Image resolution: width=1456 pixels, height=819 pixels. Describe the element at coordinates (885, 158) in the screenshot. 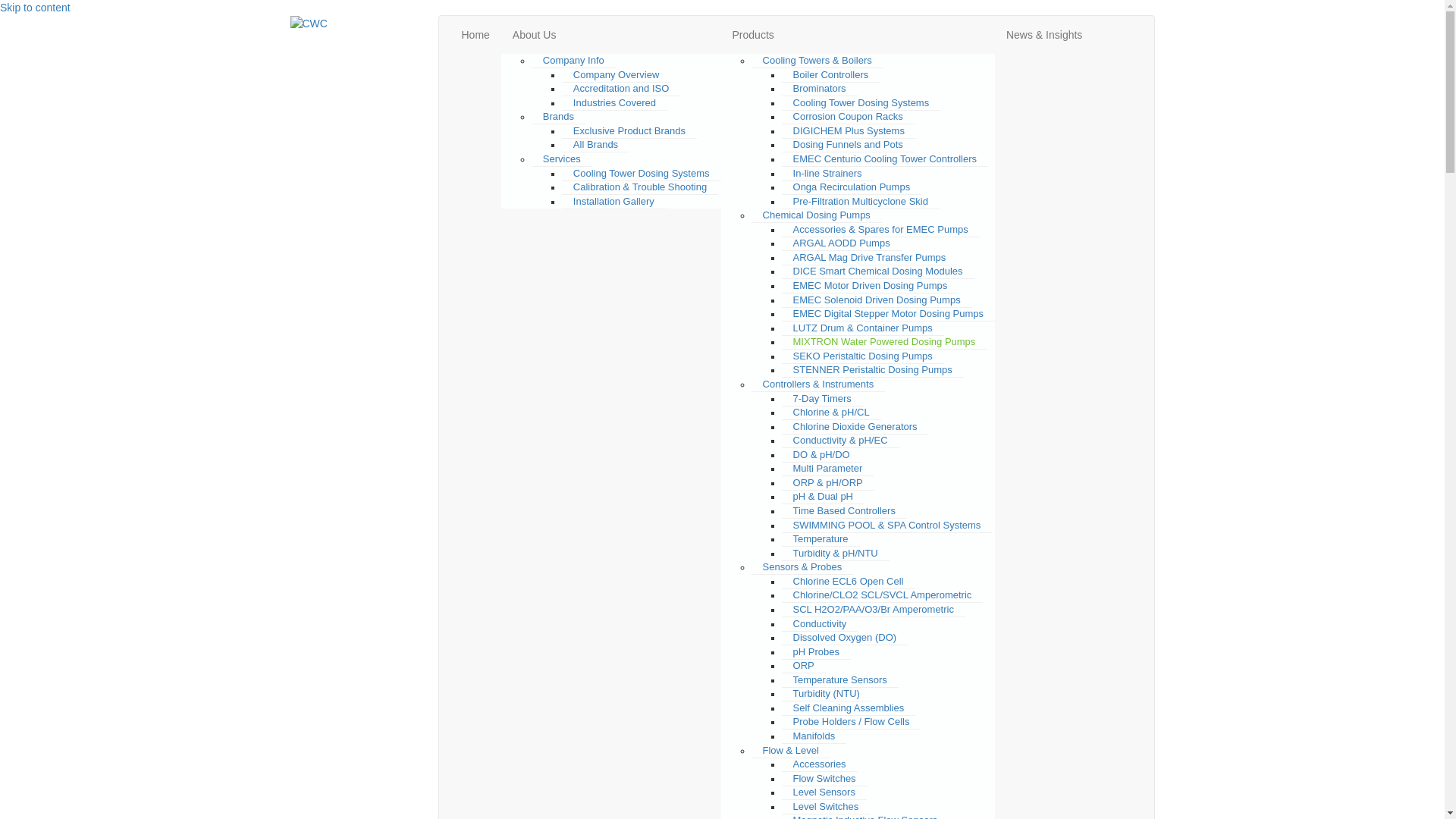

I see `'EMEC Centurio Cooling Tower Controllers'` at that location.